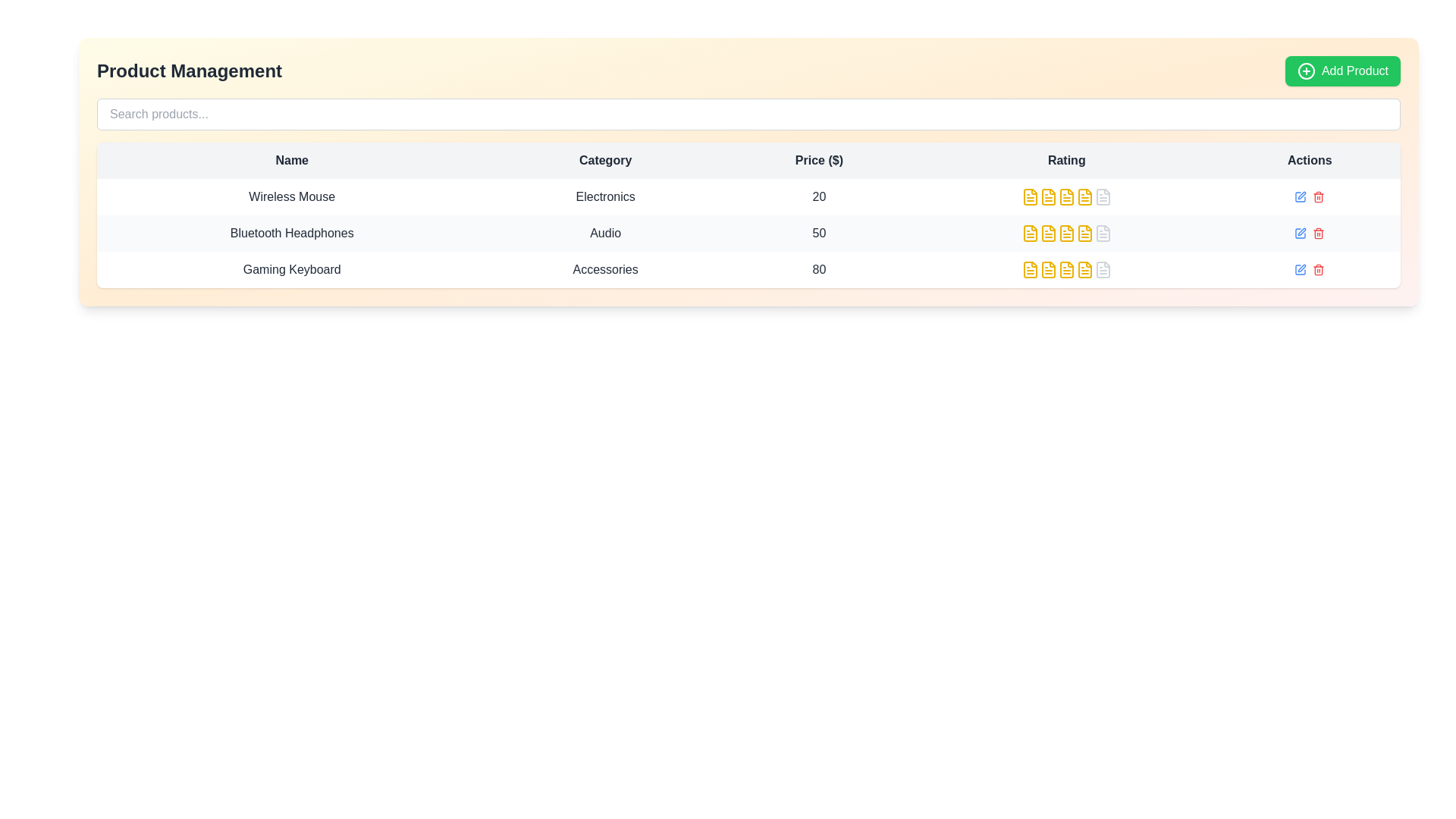 Image resolution: width=1456 pixels, height=819 pixels. I want to click on the yellow document icon with a filled circle in the center, located in the 'Rating' column of the middle row for the Bluetooth Headphones product entry, so click(1084, 196).